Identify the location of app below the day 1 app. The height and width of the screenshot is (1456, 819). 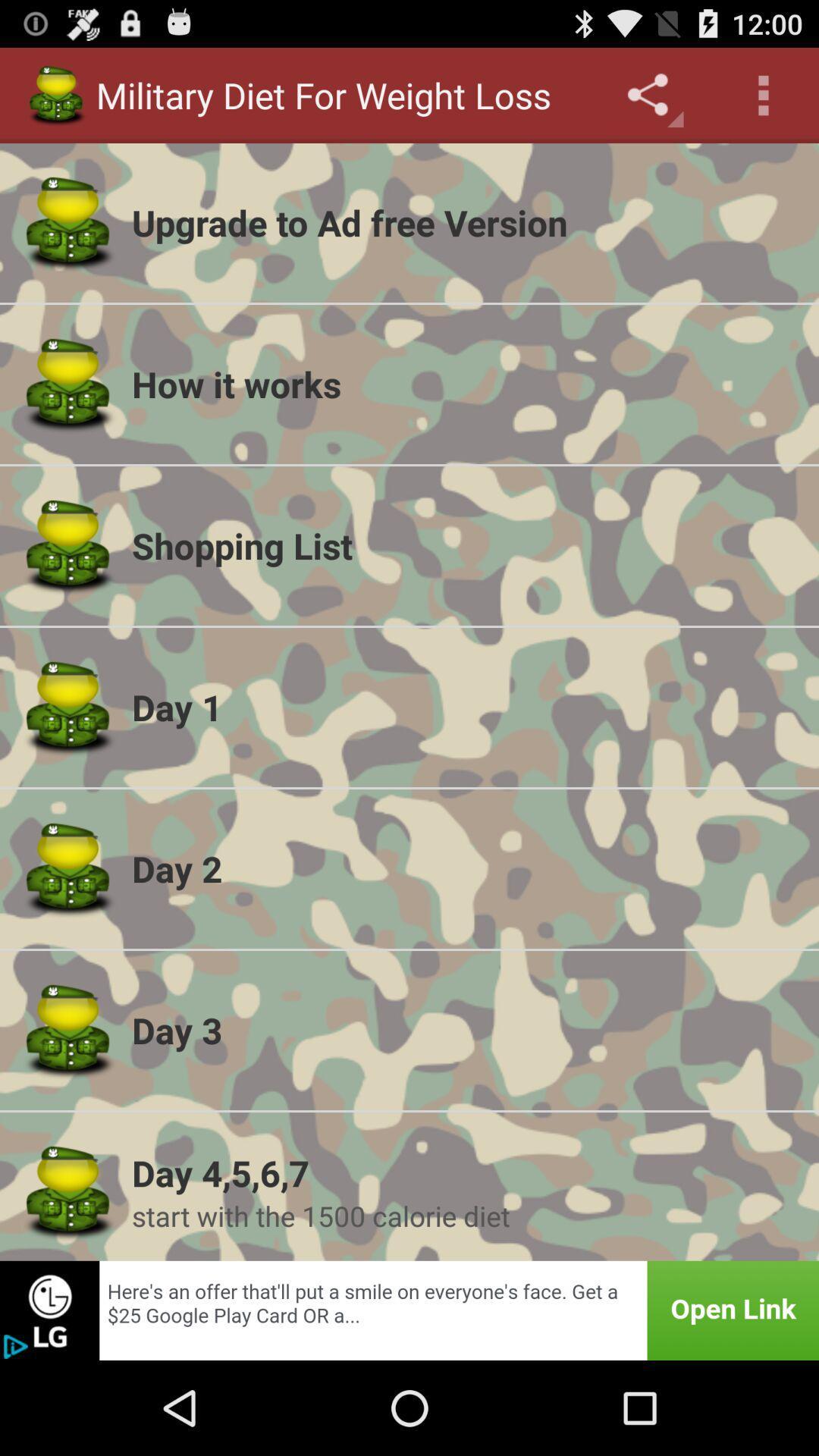
(465, 868).